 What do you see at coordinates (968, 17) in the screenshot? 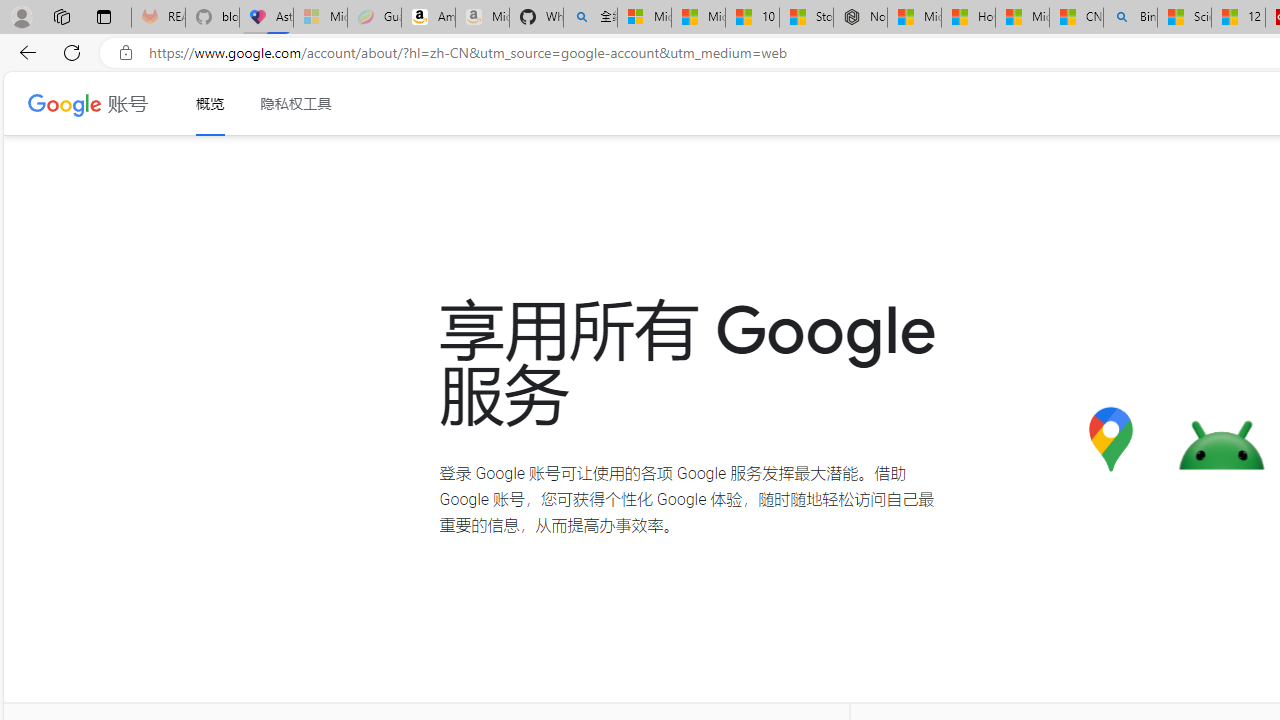
I see `'How I Got Rid of Microsoft Edge'` at bounding box center [968, 17].